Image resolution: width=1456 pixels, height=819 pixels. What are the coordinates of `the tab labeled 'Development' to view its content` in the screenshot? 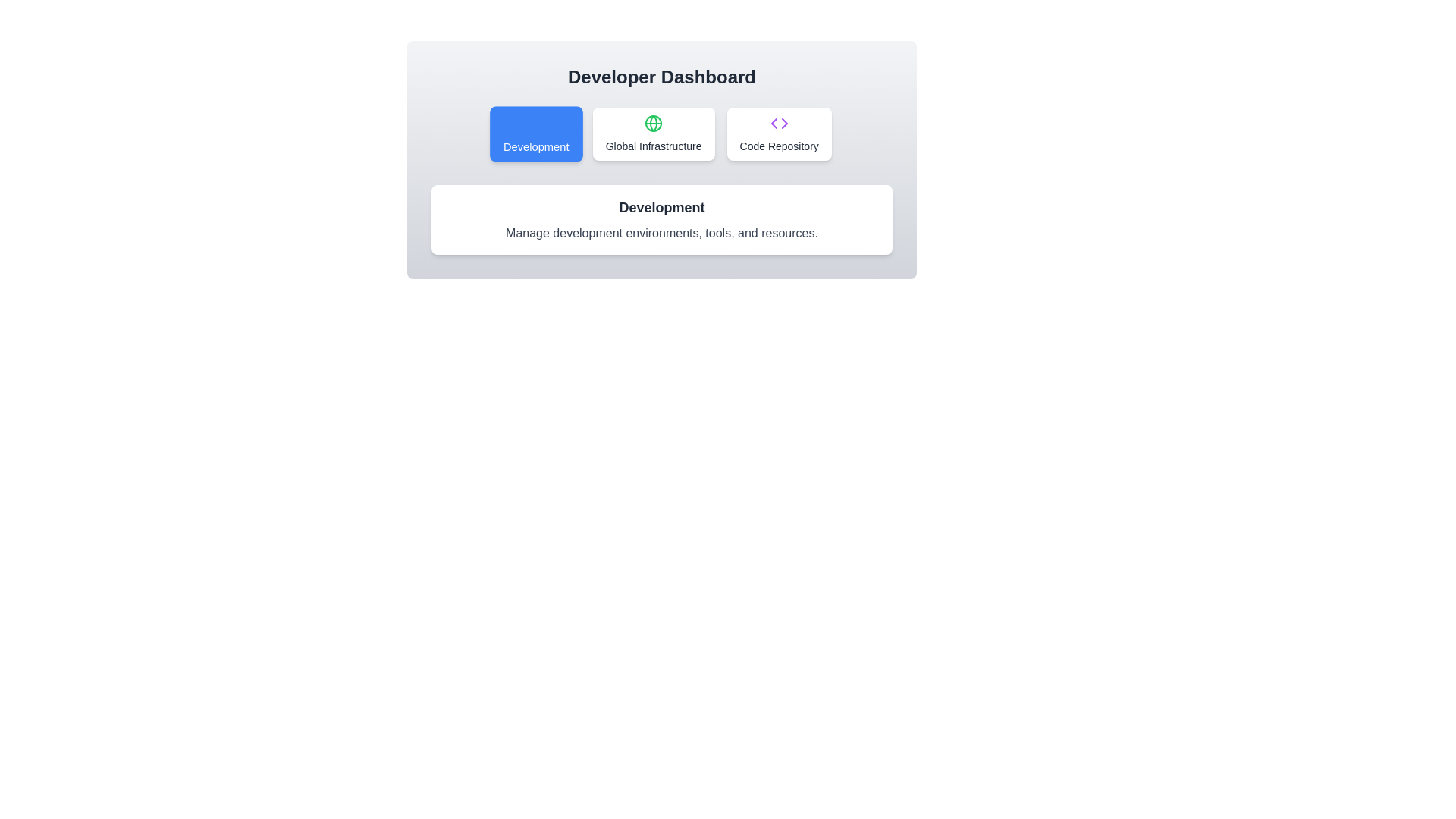 It's located at (536, 133).